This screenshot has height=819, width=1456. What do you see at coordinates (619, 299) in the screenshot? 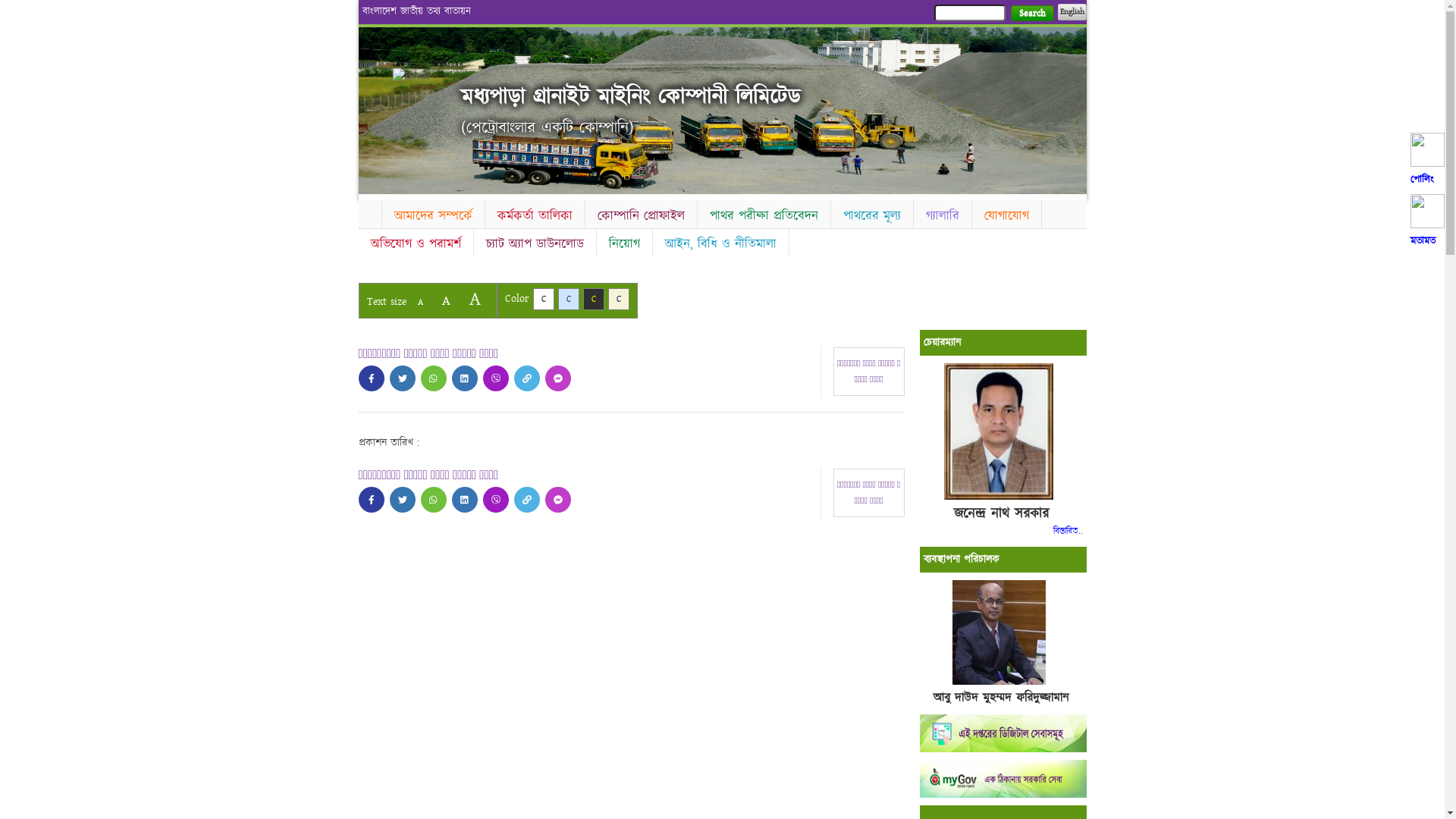
I see `'C'` at bounding box center [619, 299].